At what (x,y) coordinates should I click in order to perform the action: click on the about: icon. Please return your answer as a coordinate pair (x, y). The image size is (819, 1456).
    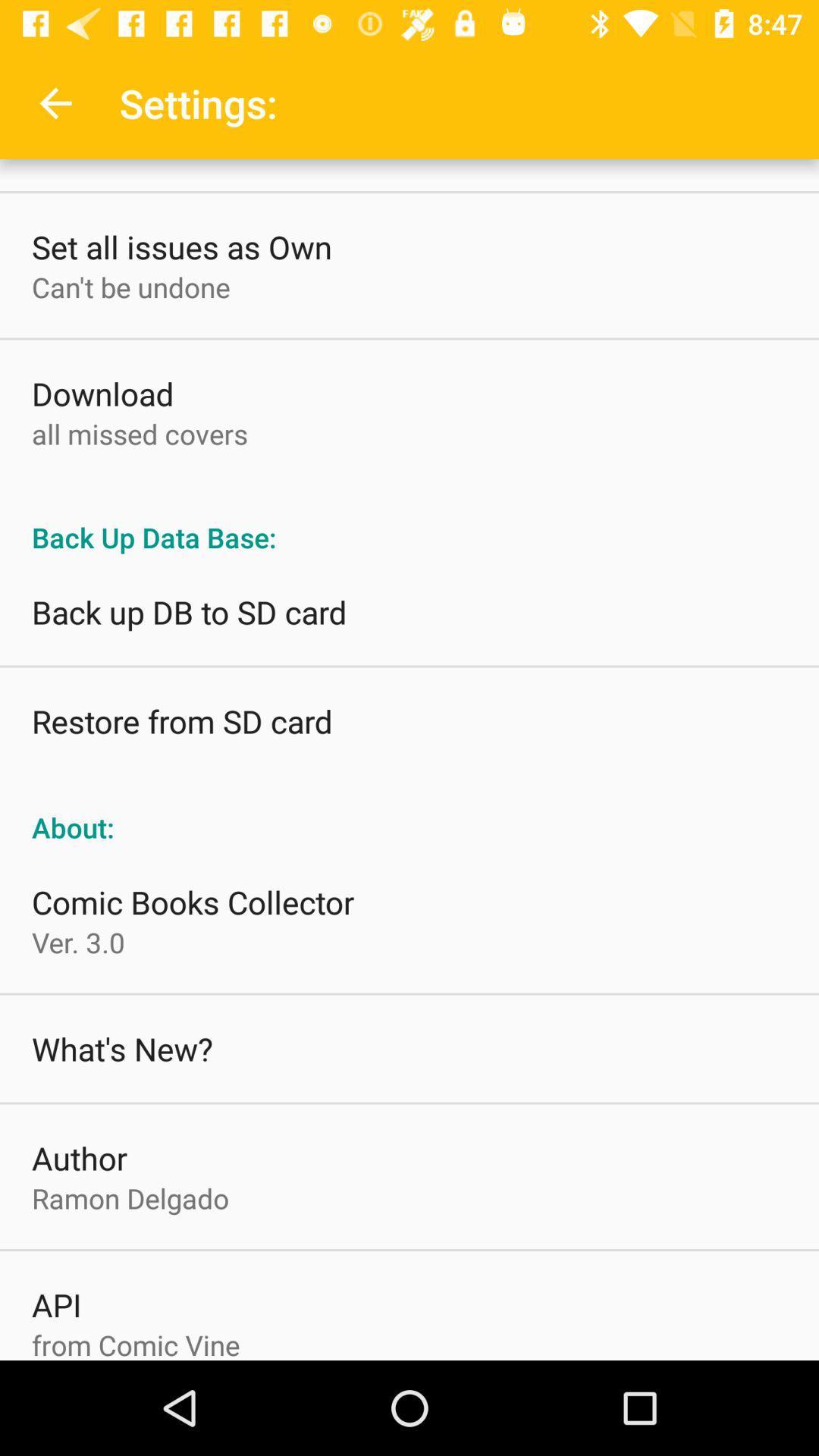
    Looking at the image, I should click on (409, 811).